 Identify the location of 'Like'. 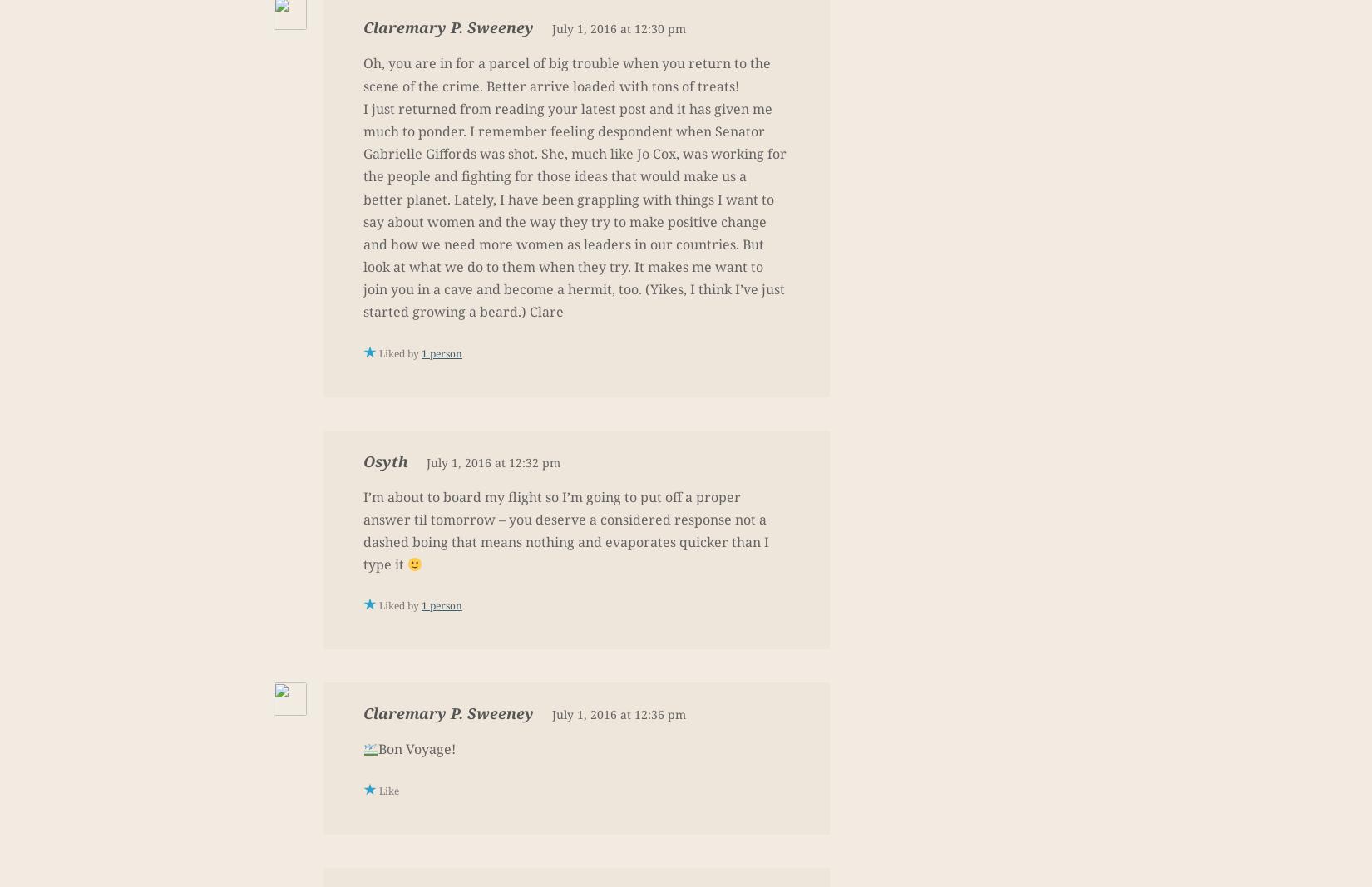
(387, 790).